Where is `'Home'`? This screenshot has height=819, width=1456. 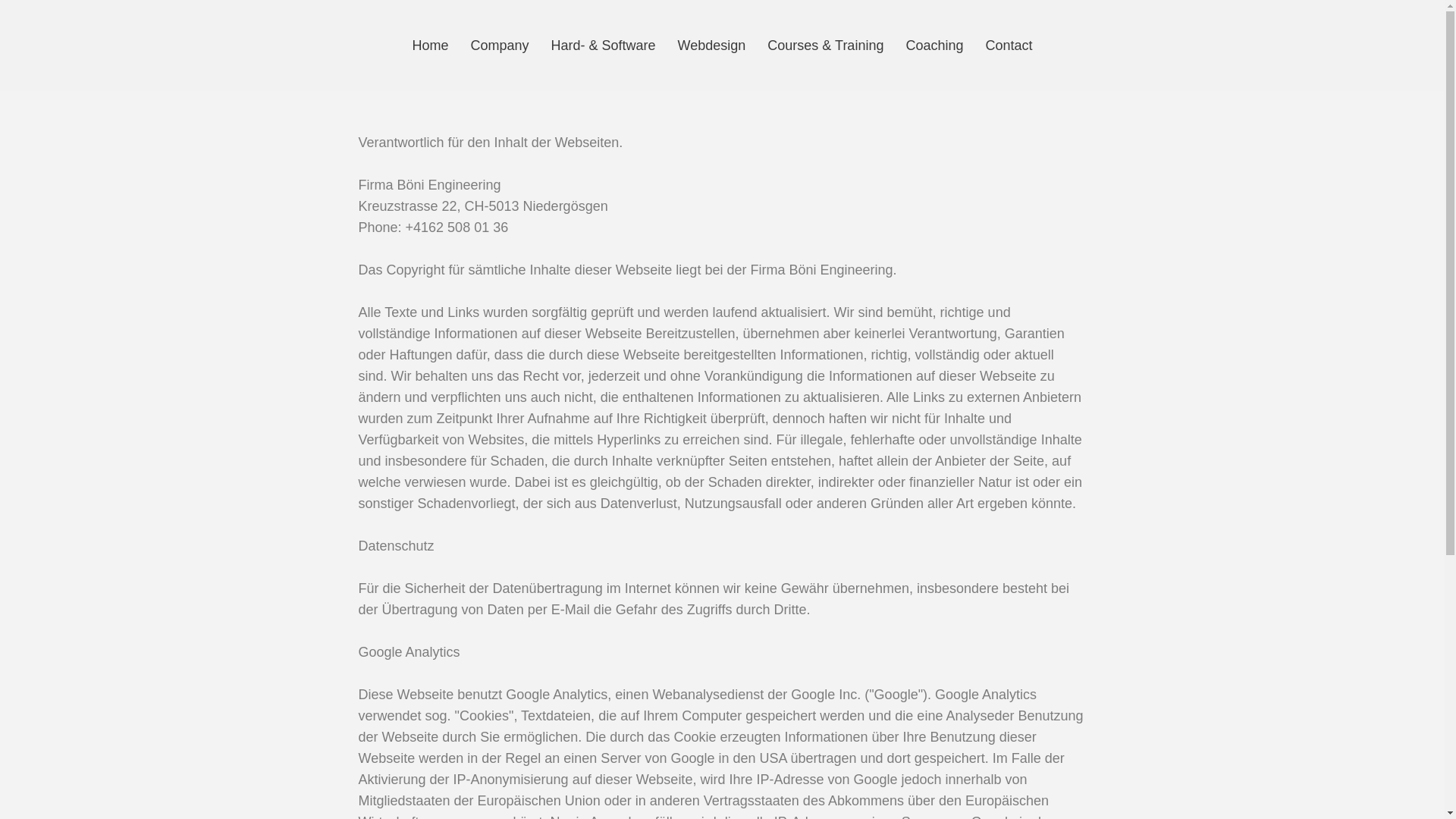
'Home' is located at coordinates (428, 45).